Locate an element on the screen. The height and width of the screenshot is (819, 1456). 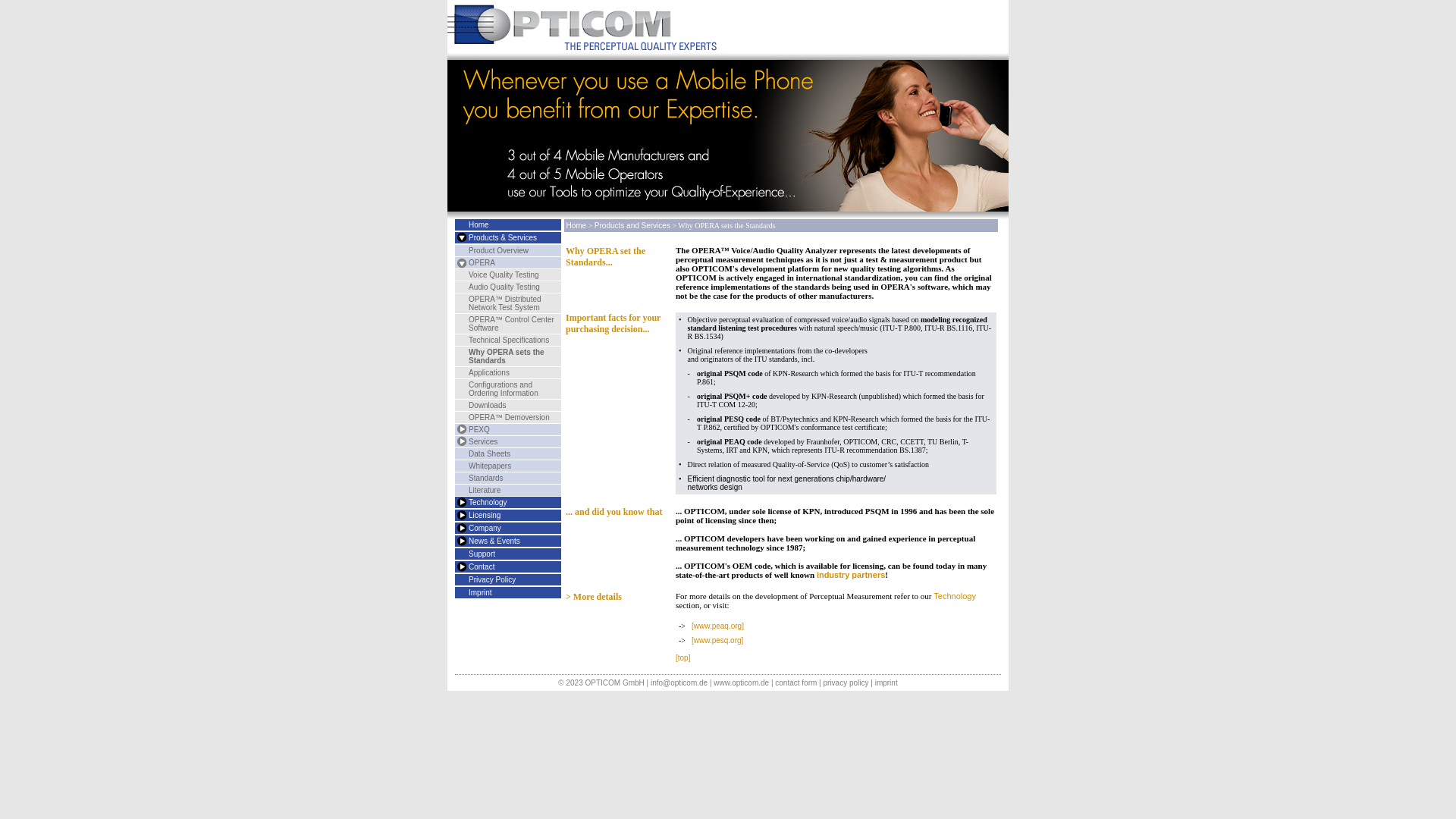
'Licensing' is located at coordinates (483, 514).